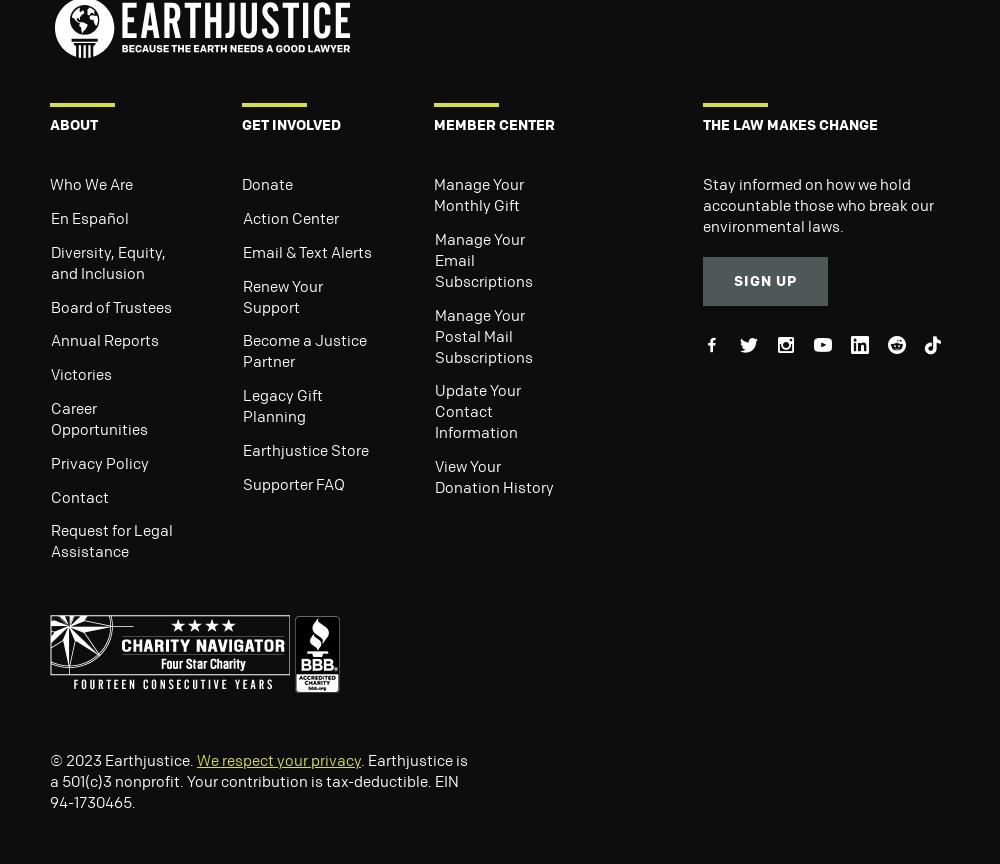  What do you see at coordinates (110, 306) in the screenshot?
I see `'Board of Trustees'` at bounding box center [110, 306].